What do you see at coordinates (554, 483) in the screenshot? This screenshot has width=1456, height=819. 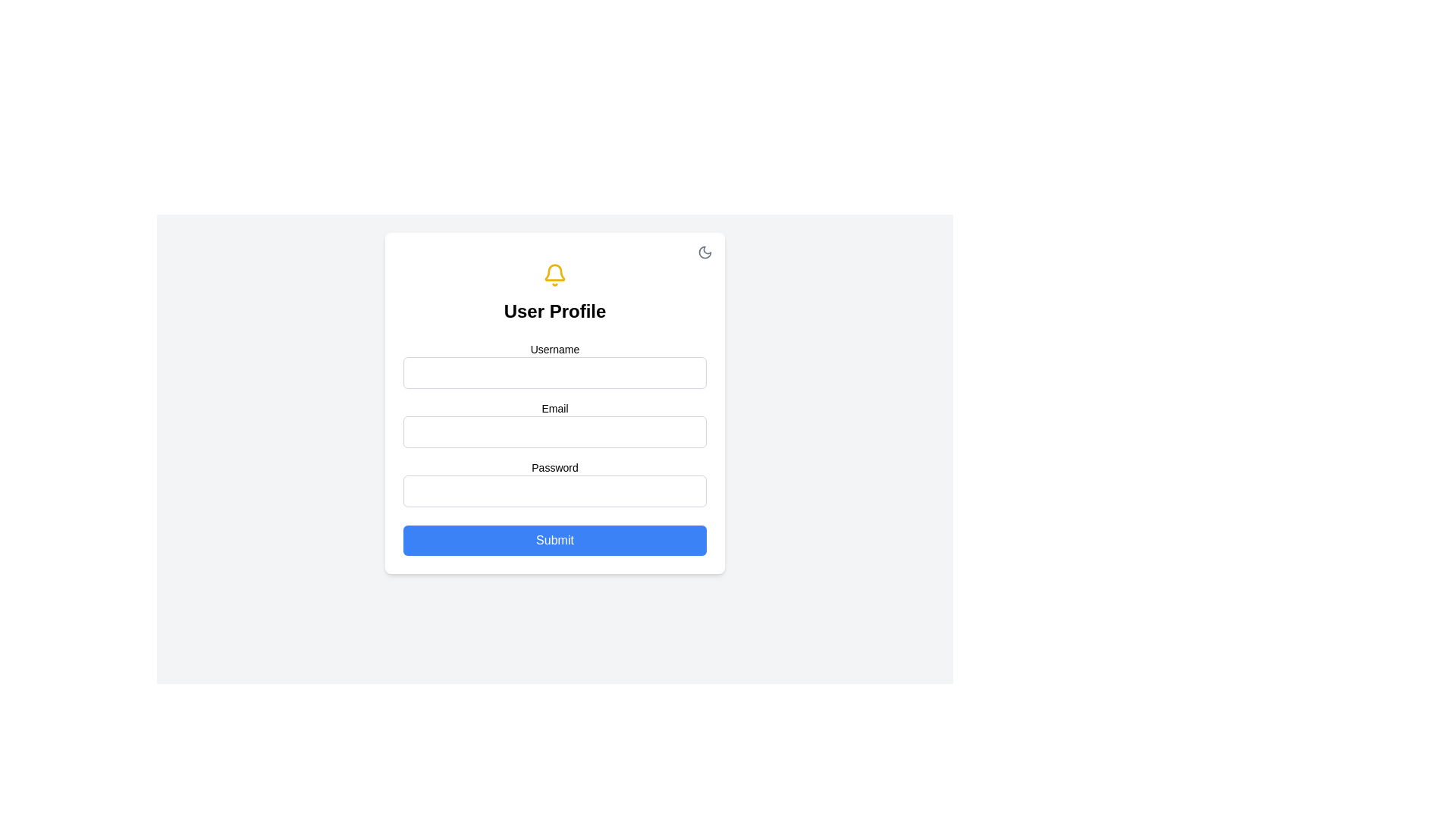 I see `the Password input field to focus, which is the third input in the vertical form containing 'Username', 'Email', and 'Password'` at bounding box center [554, 483].